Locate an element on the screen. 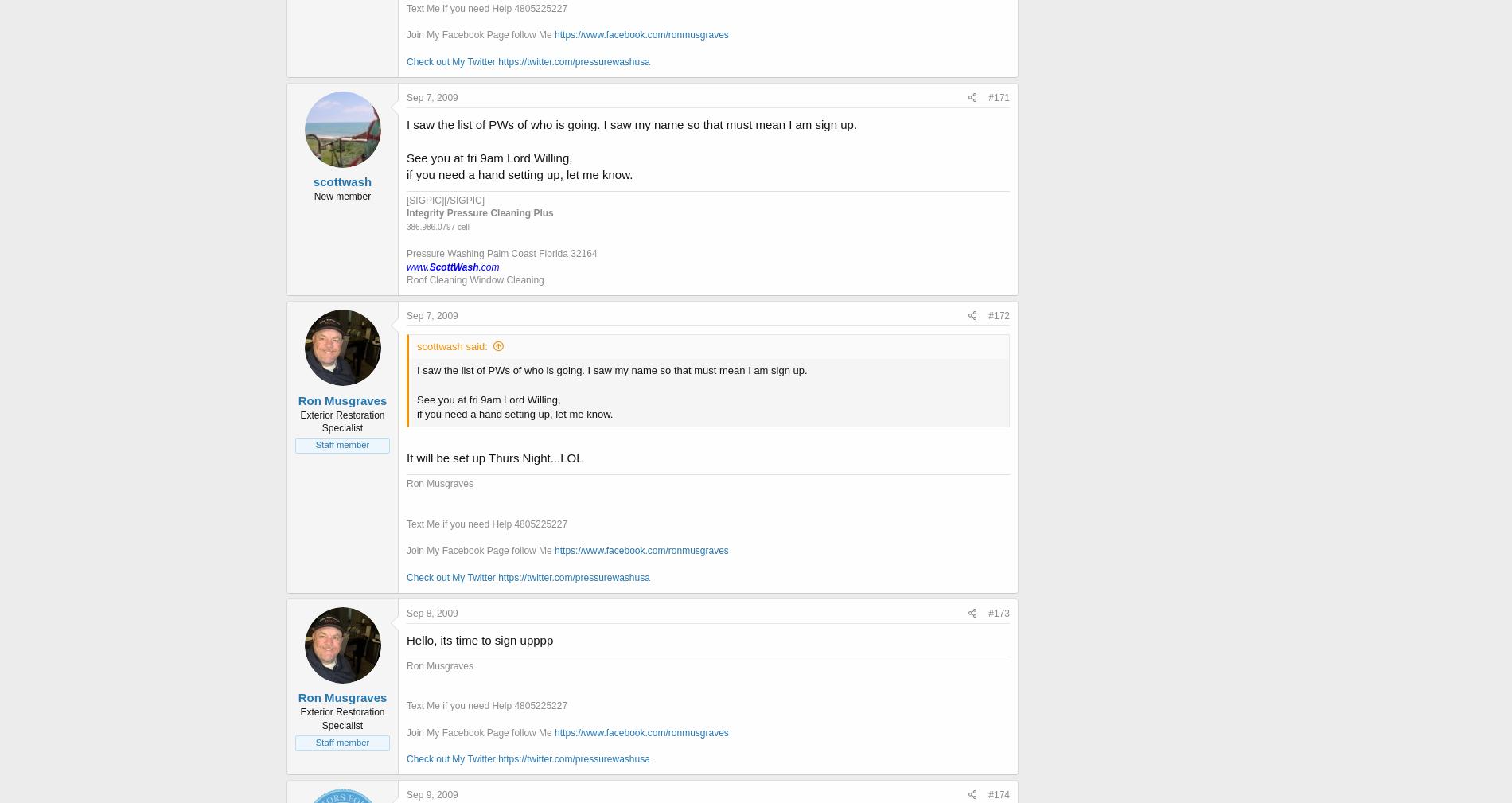 This screenshot has height=803, width=1512. '#171' is located at coordinates (998, 96).